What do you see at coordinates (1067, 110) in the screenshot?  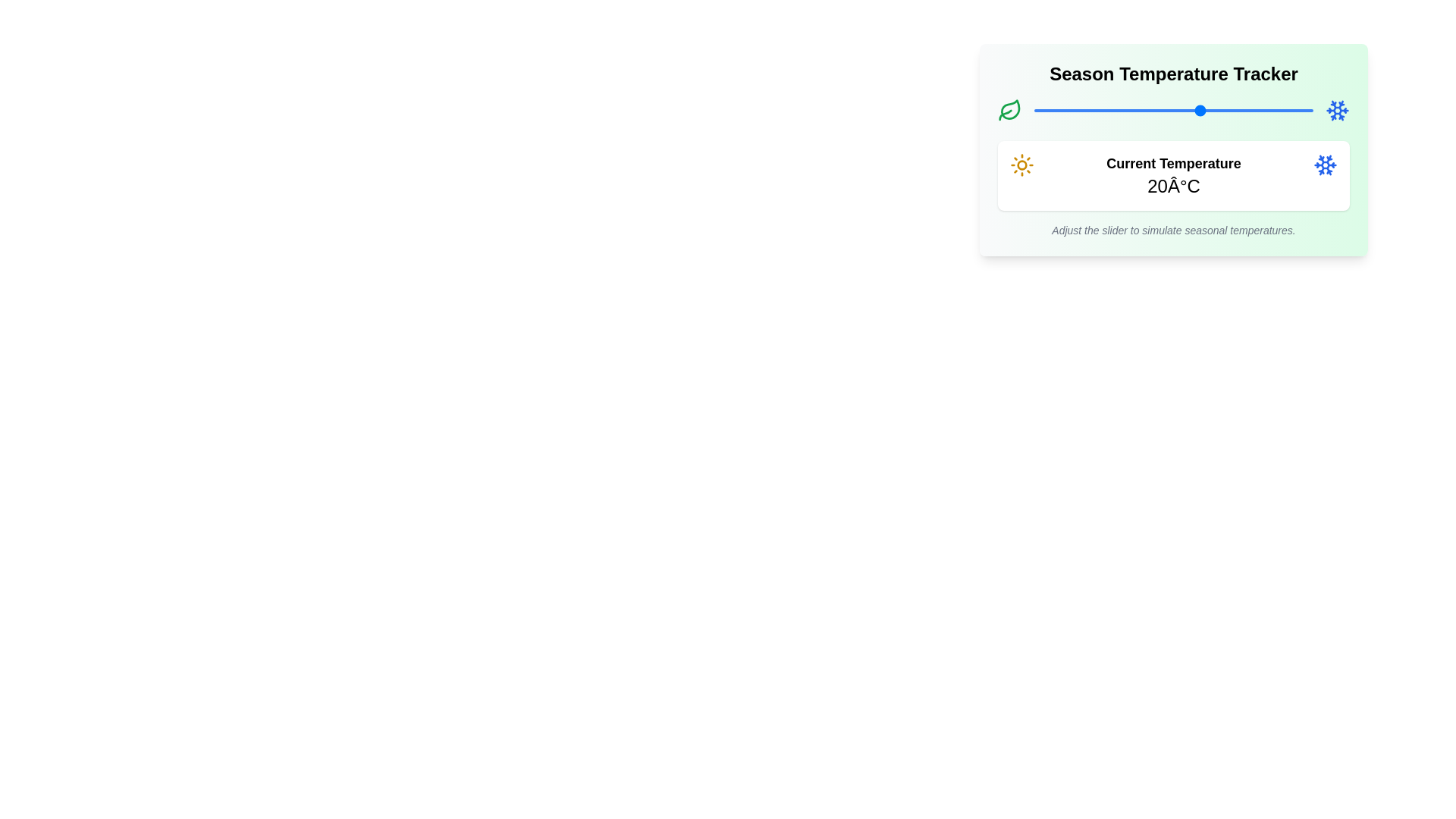 I see `the slider to set the temperature to -4°C` at bounding box center [1067, 110].